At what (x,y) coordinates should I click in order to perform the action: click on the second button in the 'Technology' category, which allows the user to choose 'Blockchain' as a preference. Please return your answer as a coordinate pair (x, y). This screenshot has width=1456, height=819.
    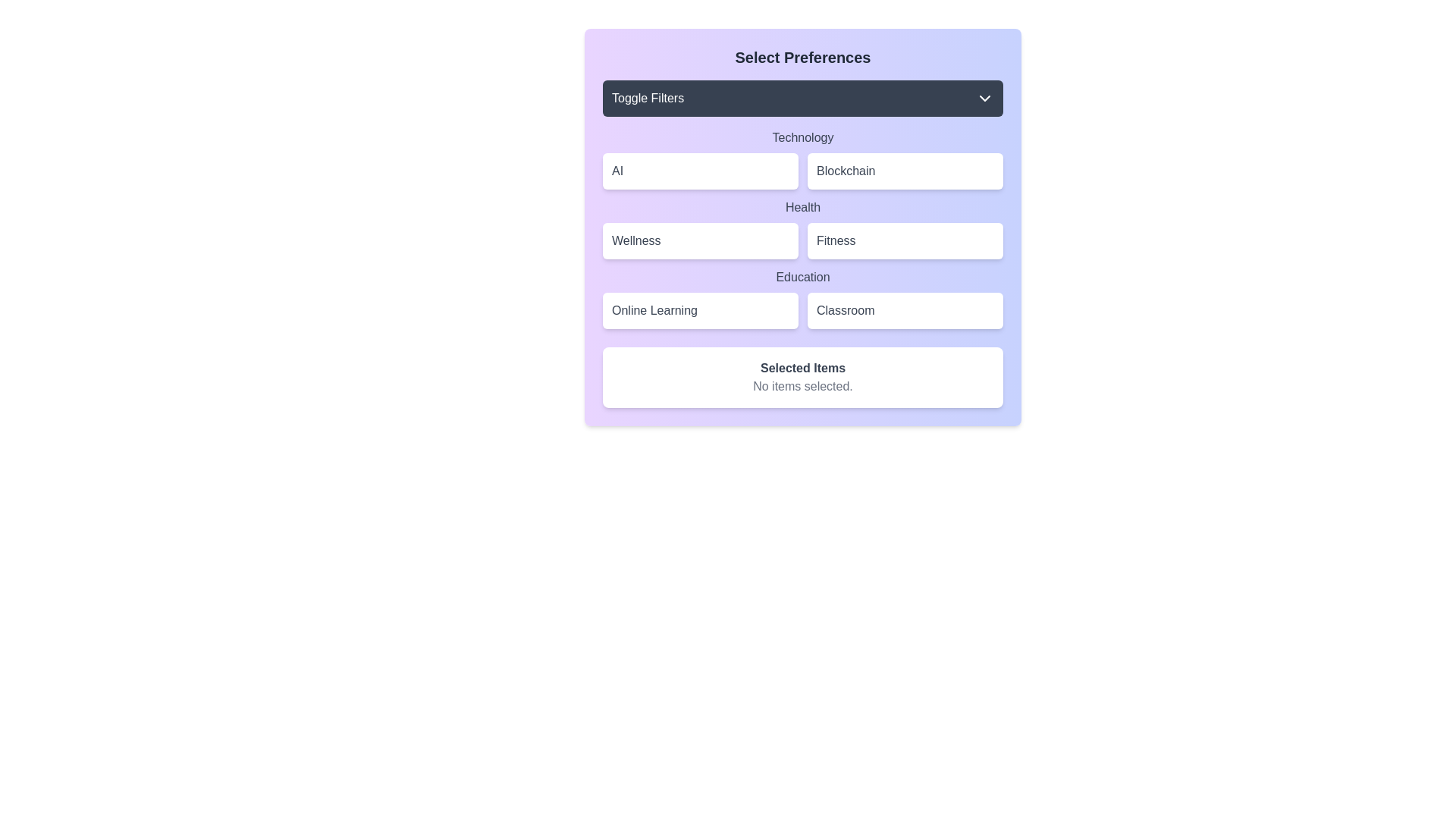
    Looking at the image, I should click on (905, 171).